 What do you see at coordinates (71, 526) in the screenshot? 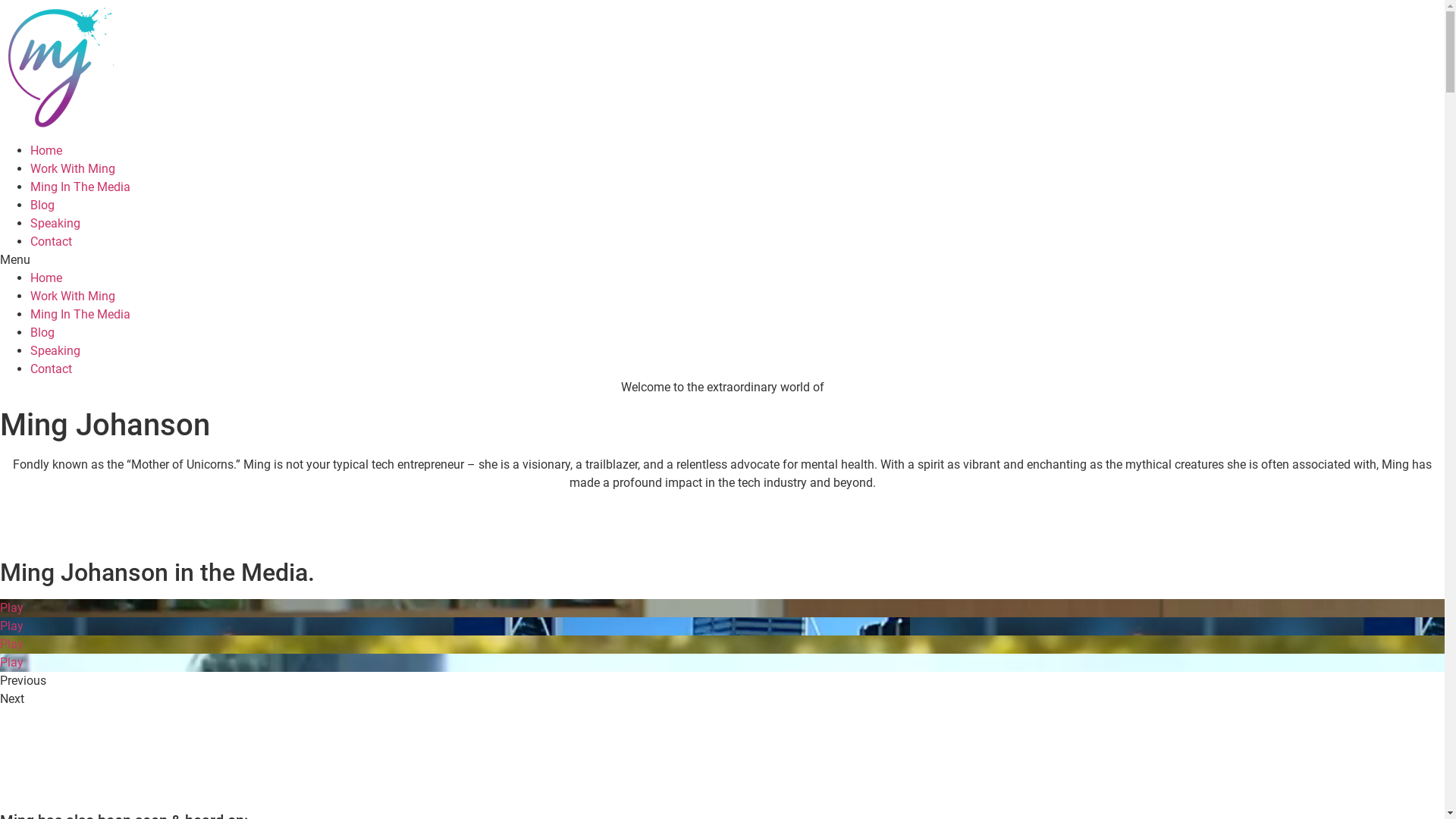
I see `'Work with Ming'` at bounding box center [71, 526].